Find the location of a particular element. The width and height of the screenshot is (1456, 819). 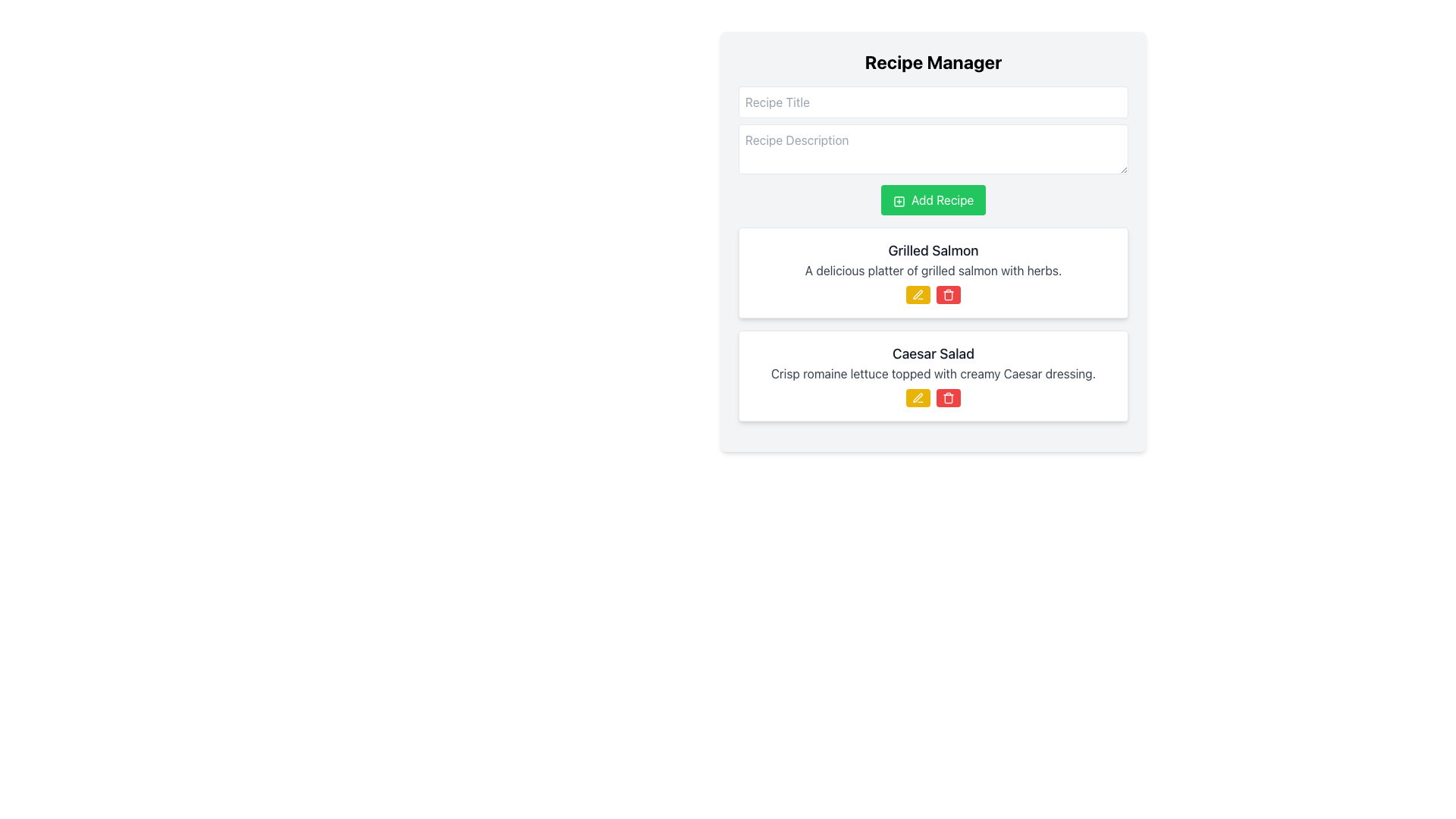

the delete button associated with the 'Grilled Salmon' recipe to prompt the deletion action or confirmation dialog is located at coordinates (948, 295).